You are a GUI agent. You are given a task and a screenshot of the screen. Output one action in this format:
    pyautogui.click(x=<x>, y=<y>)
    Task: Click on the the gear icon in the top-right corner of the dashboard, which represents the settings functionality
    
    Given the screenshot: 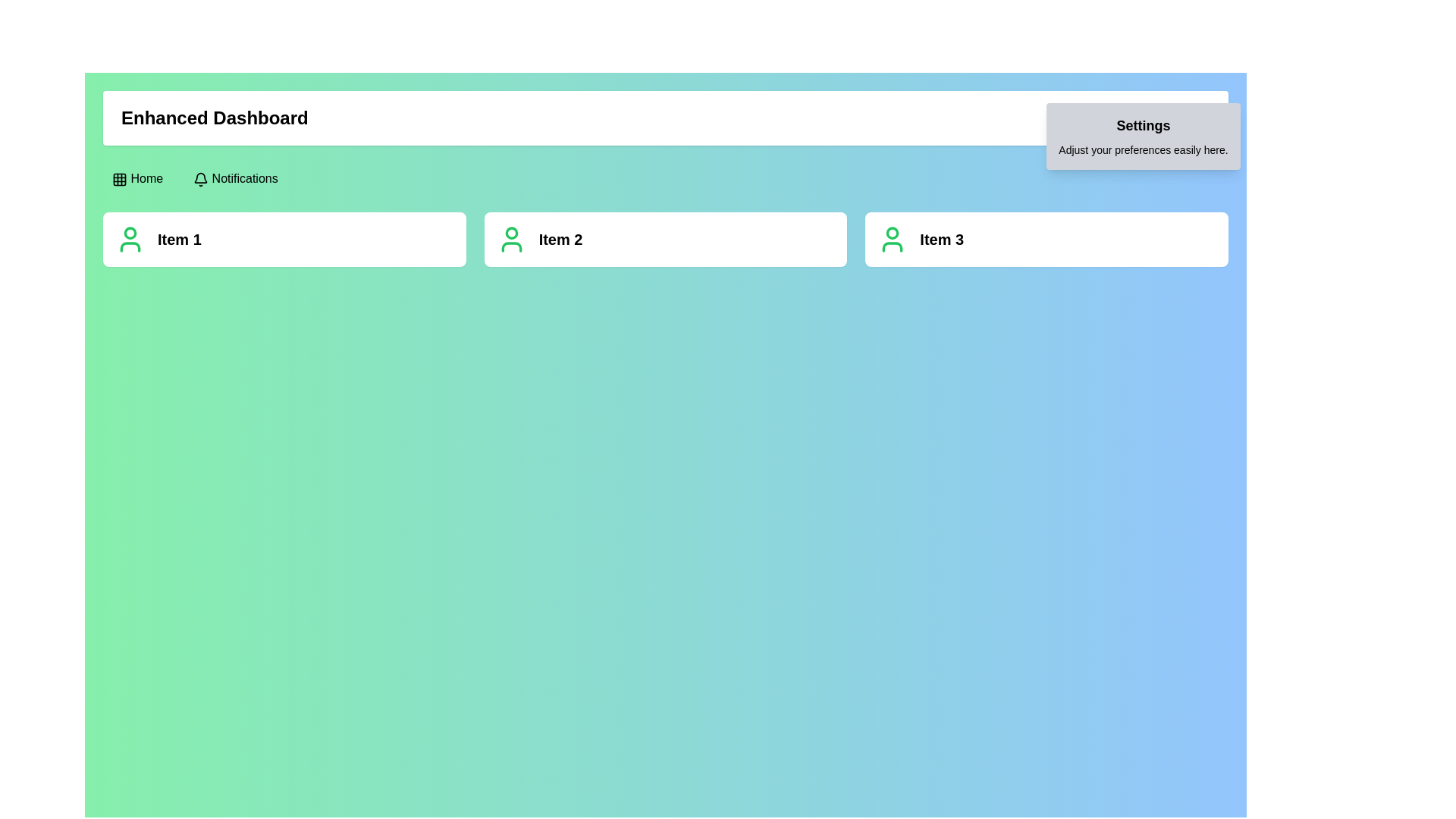 What is the action you would take?
    pyautogui.click(x=1121, y=117)
    